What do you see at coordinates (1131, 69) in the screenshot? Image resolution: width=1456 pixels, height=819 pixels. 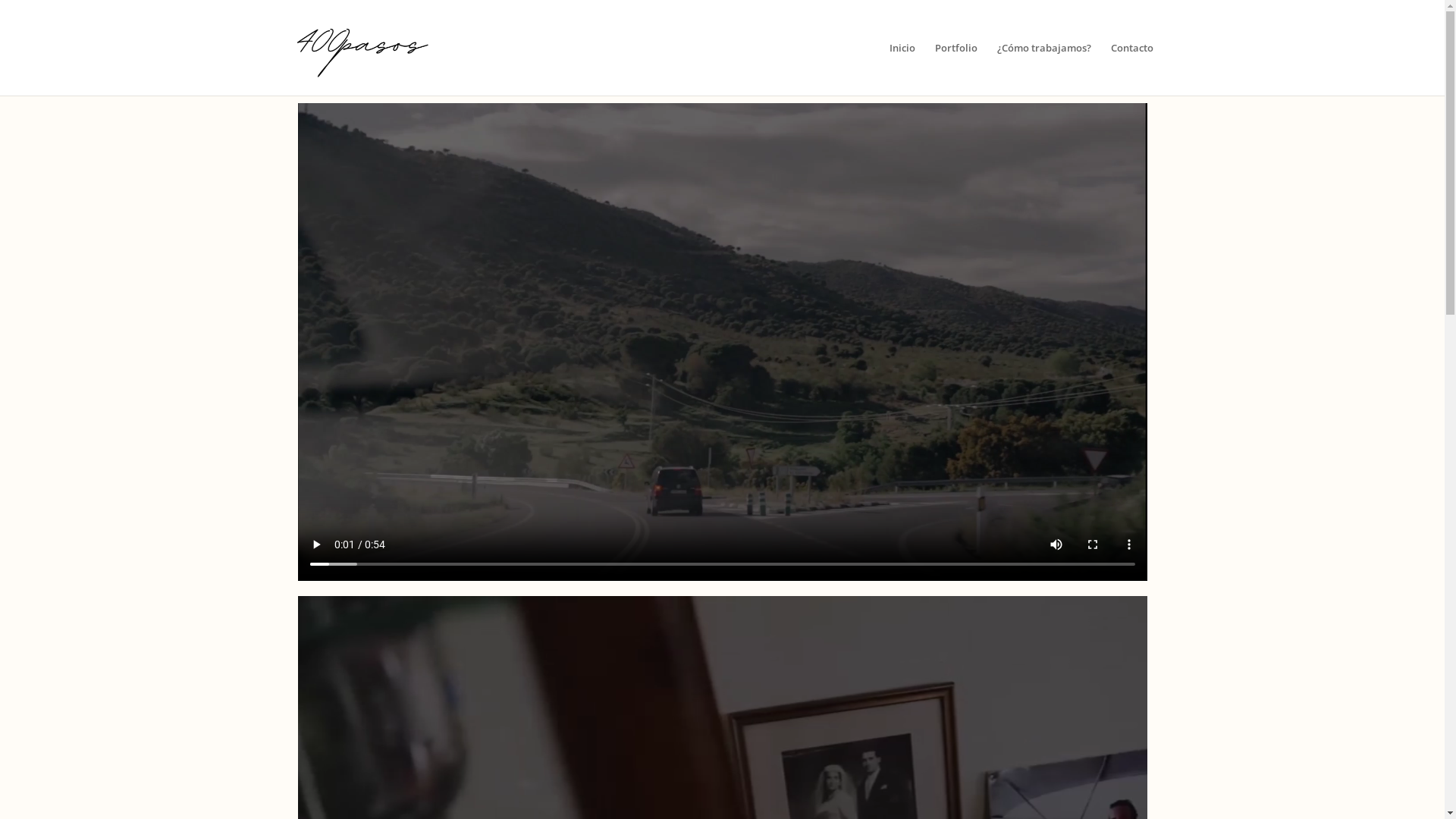 I see `'Contacto'` at bounding box center [1131, 69].